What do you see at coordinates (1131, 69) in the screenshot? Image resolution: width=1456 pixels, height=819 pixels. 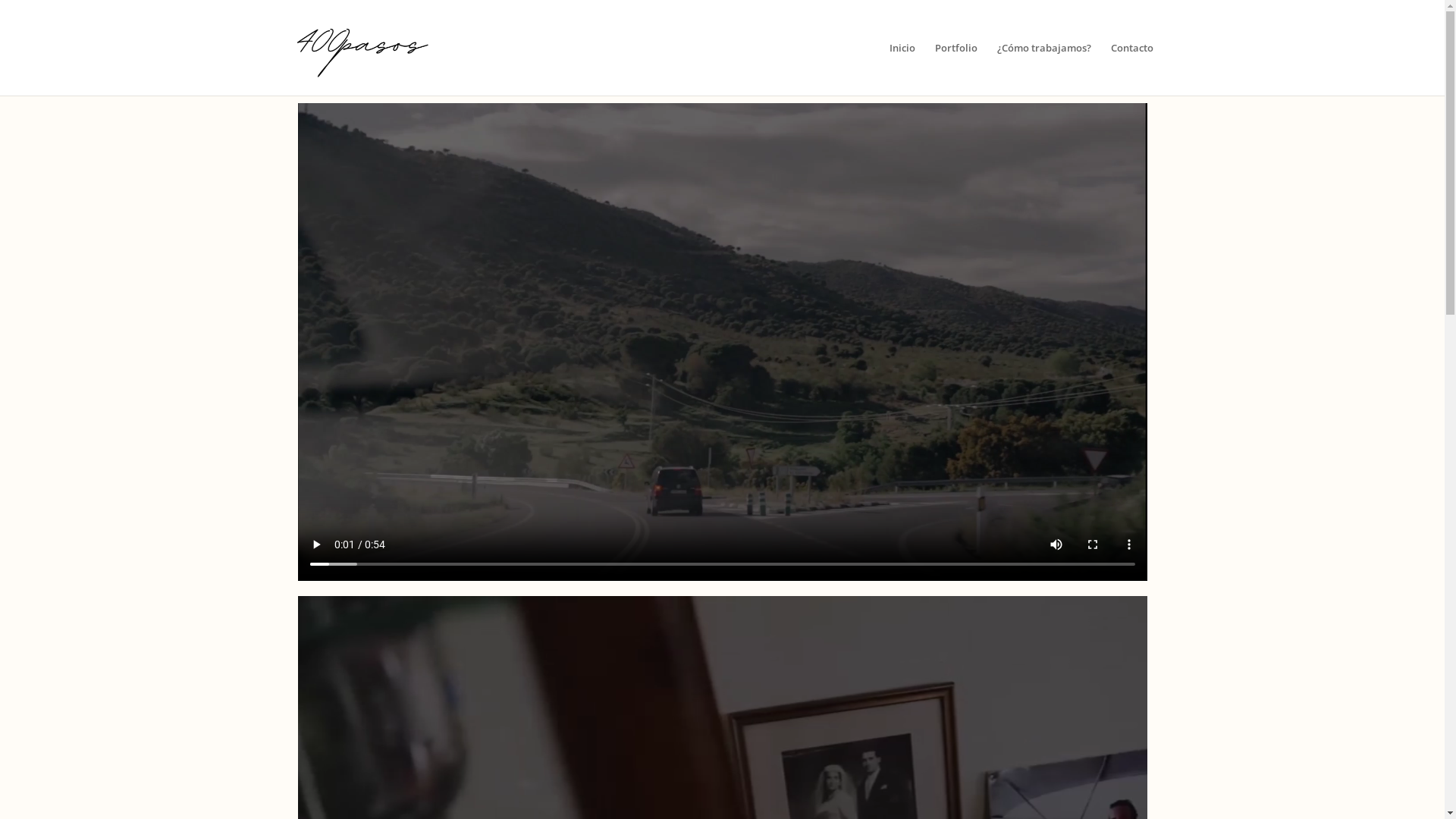 I see `'Contacto'` at bounding box center [1131, 69].